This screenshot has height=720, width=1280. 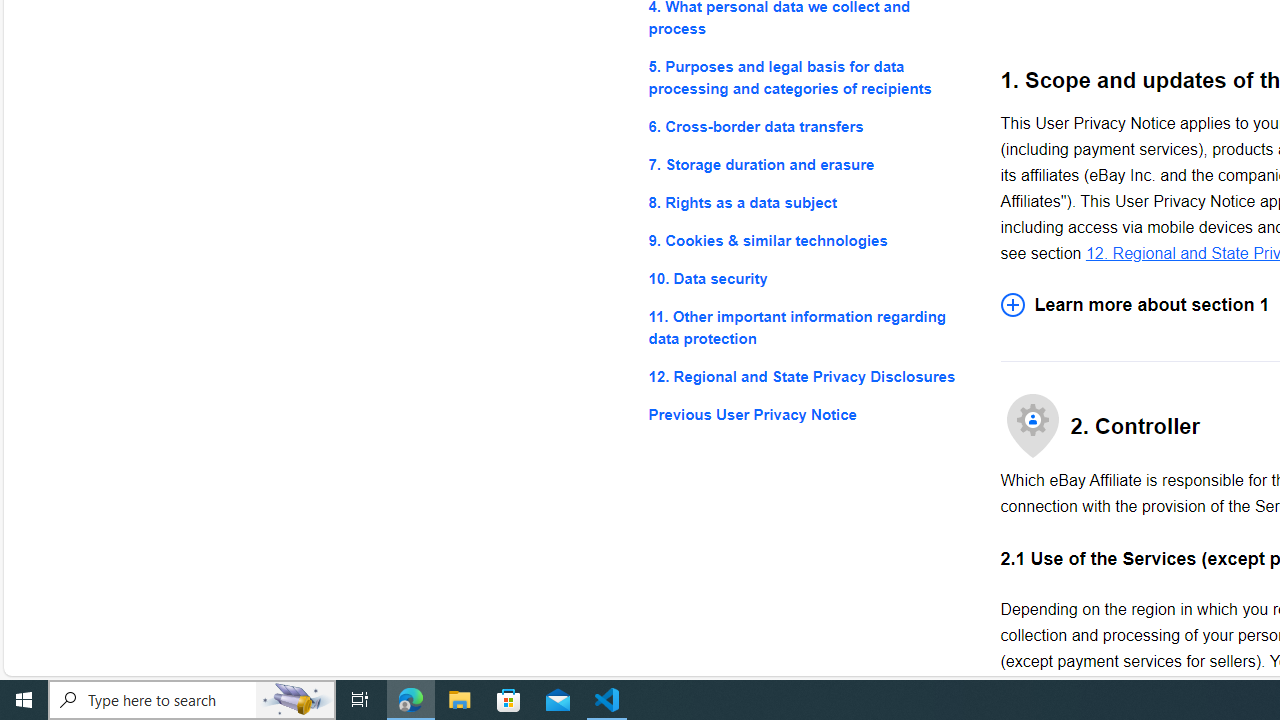 What do you see at coordinates (808, 163) in the screenshot?
I see `'7. Storage duration and erasure'` at bounding box center [808, 163].